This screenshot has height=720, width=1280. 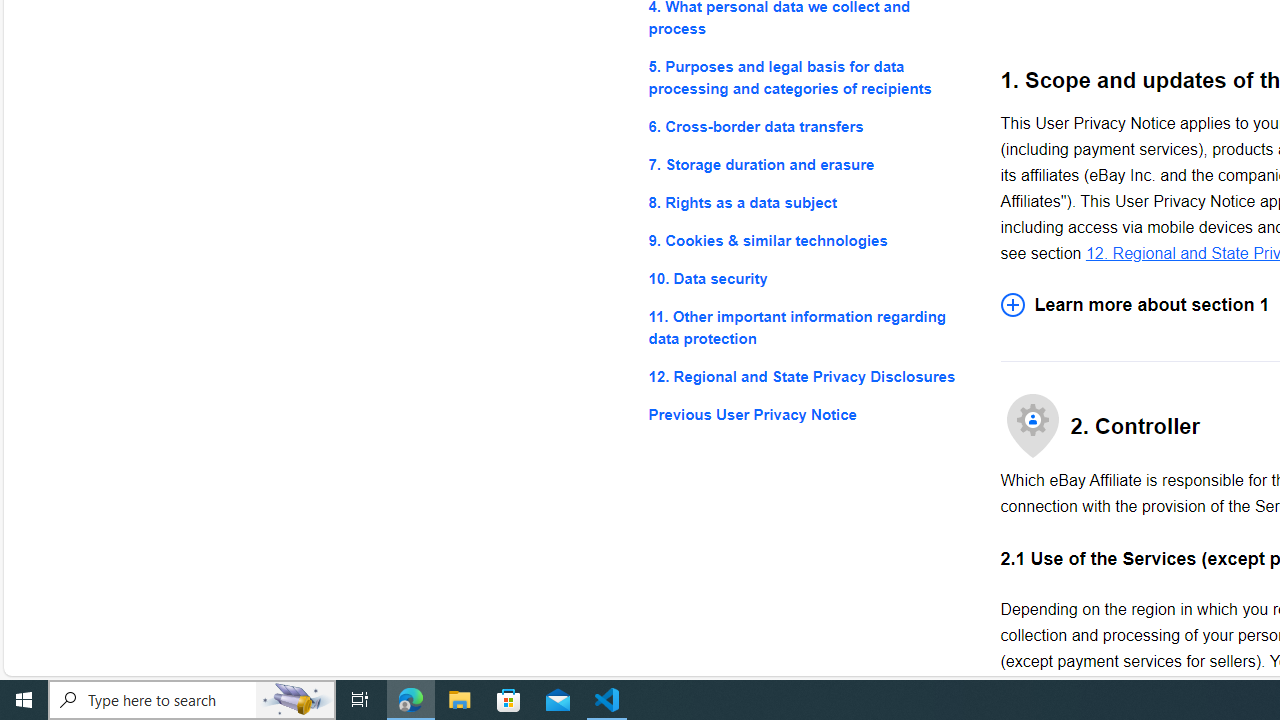 What do you see at coordinates (808, 163) in the screenshot?
I see `'7. Storage duration and erasure'` at bounding box center [808, 163].